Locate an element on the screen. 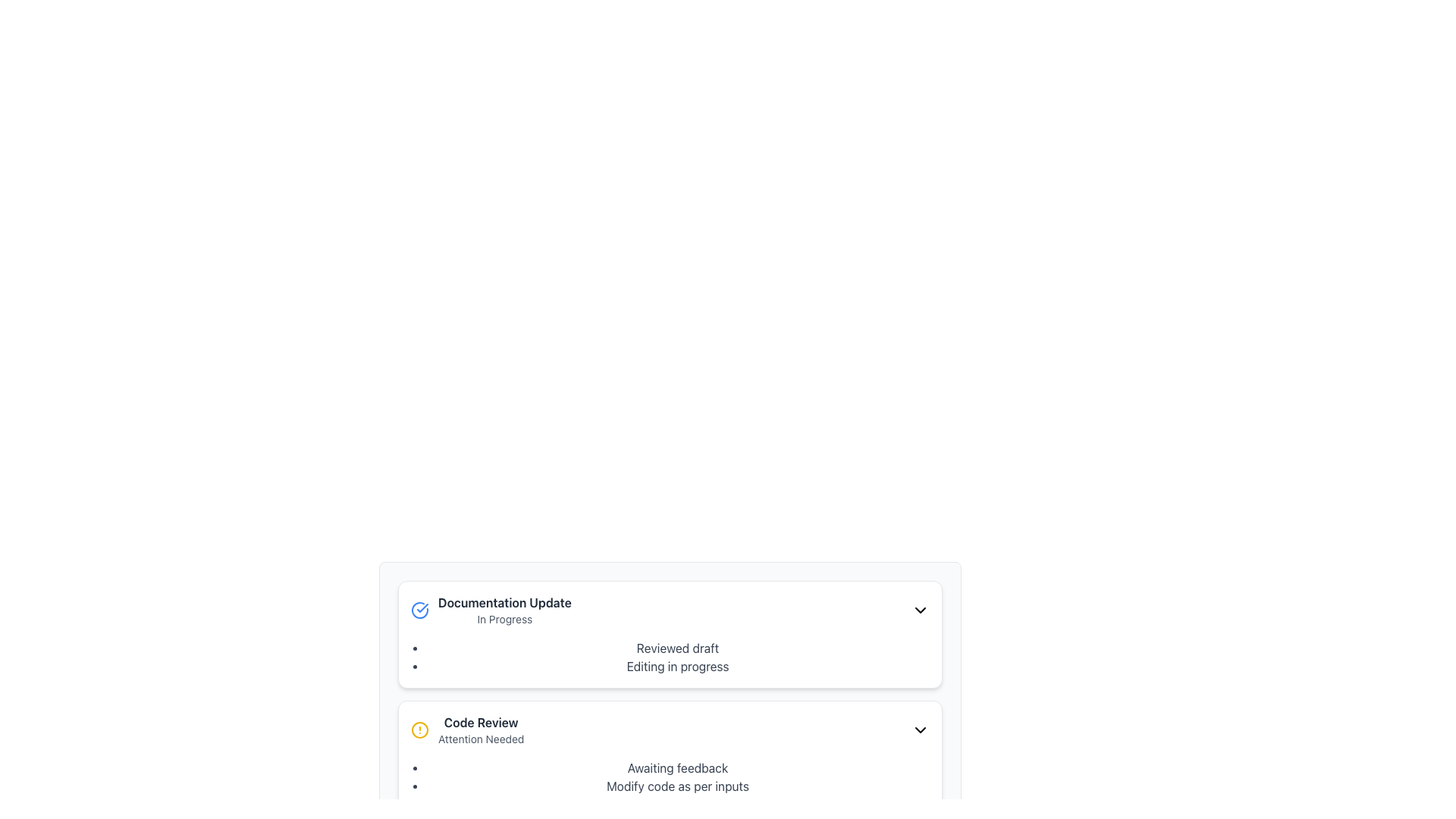  the progress update text element that indicates the completion of the draft review process, located within the Documentation Update section is located at coordinates (676, 648).